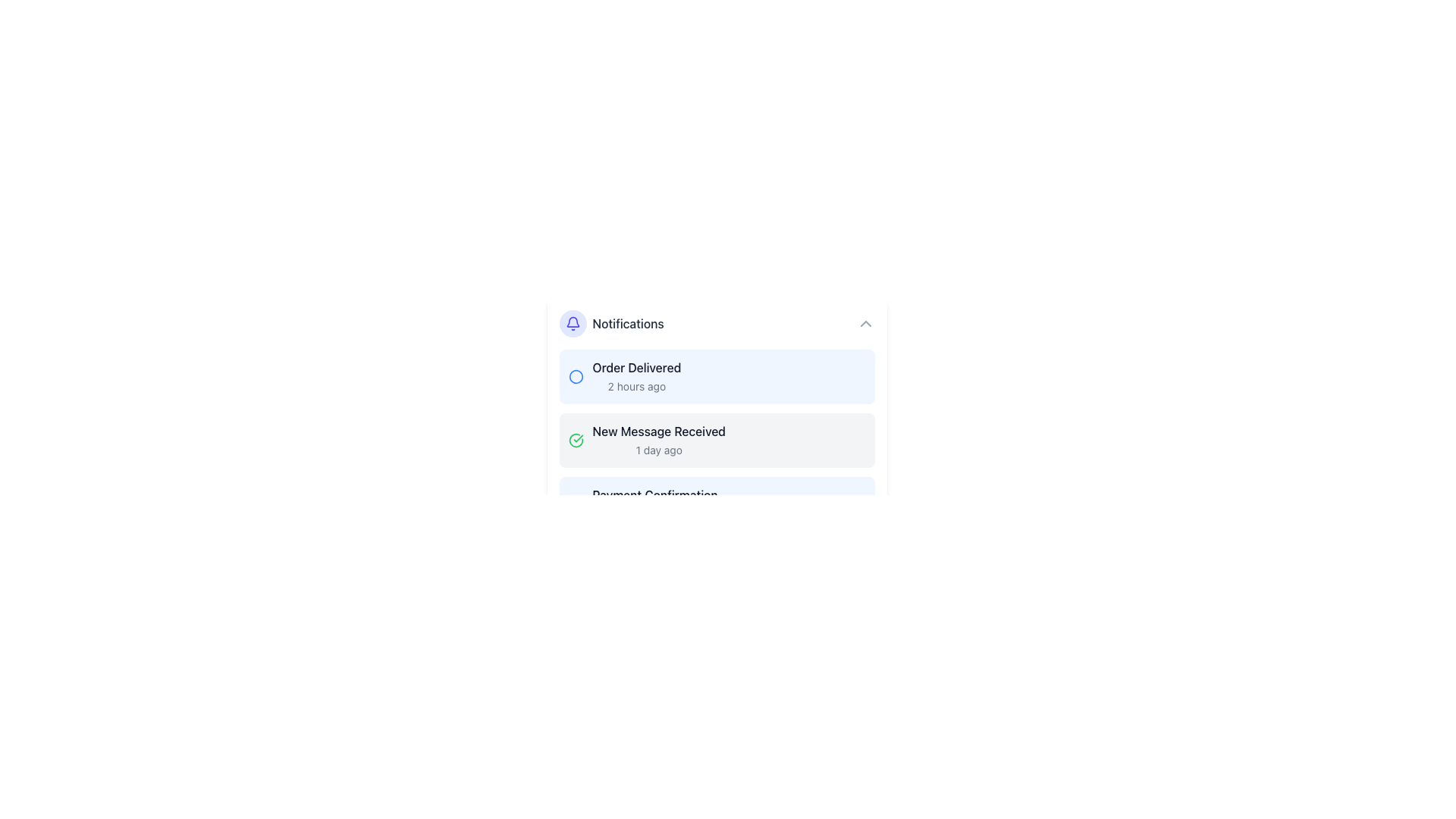  Describe the element at coordinates (636, 385) in the screenshot. I see `timestamp displayed as '2 hours ago' in a small-sized, gray-styled font located beneath the 'Order Delivered' text in the notification block` at that location.